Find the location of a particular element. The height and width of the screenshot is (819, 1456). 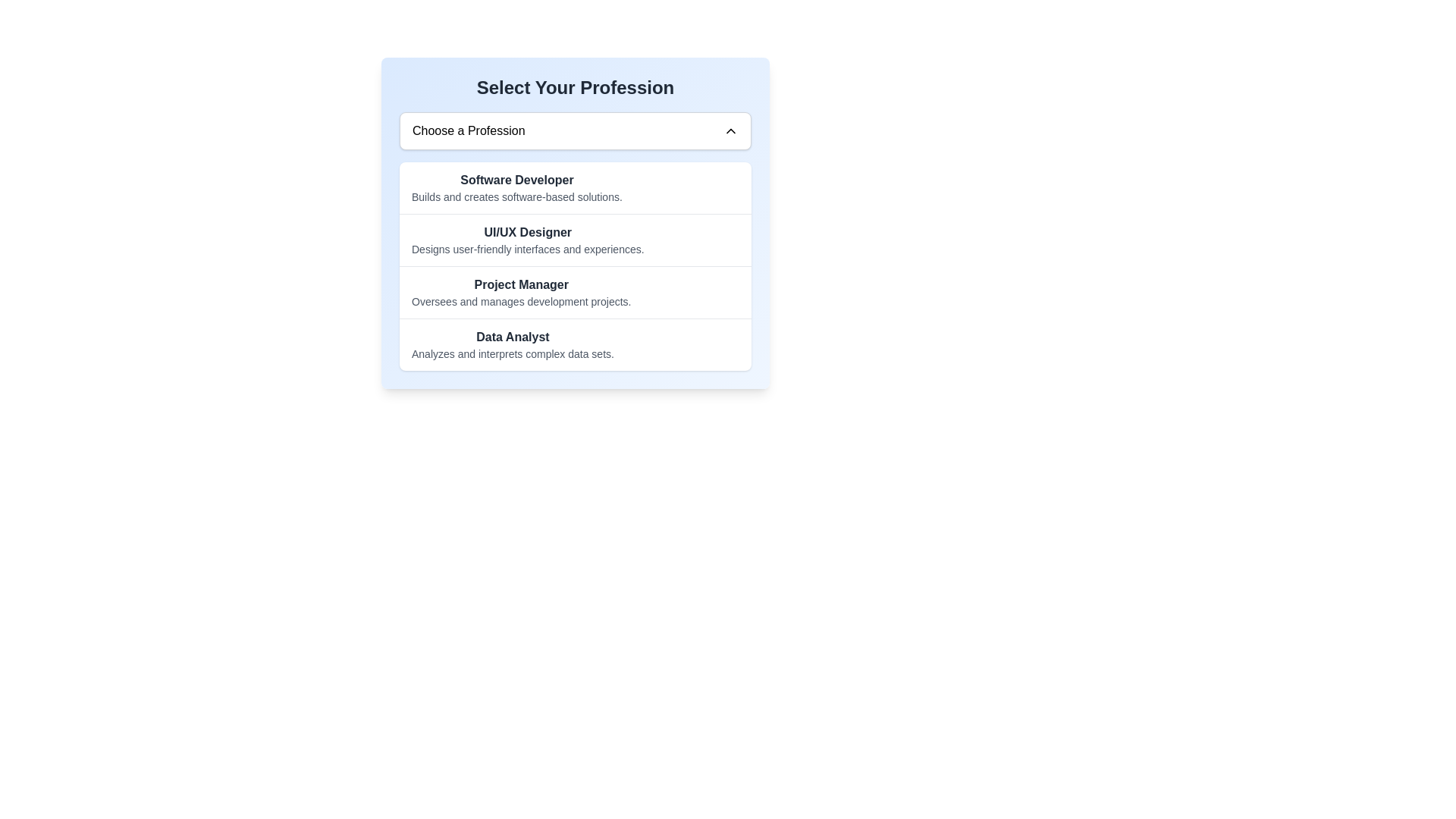

the Static text label displaying 'Data Analyst', which is located in the fourth row under 'Select Your Profession' and above the text 'Analyzes and interprets complex data sets' is located at coordinates (513, 336).